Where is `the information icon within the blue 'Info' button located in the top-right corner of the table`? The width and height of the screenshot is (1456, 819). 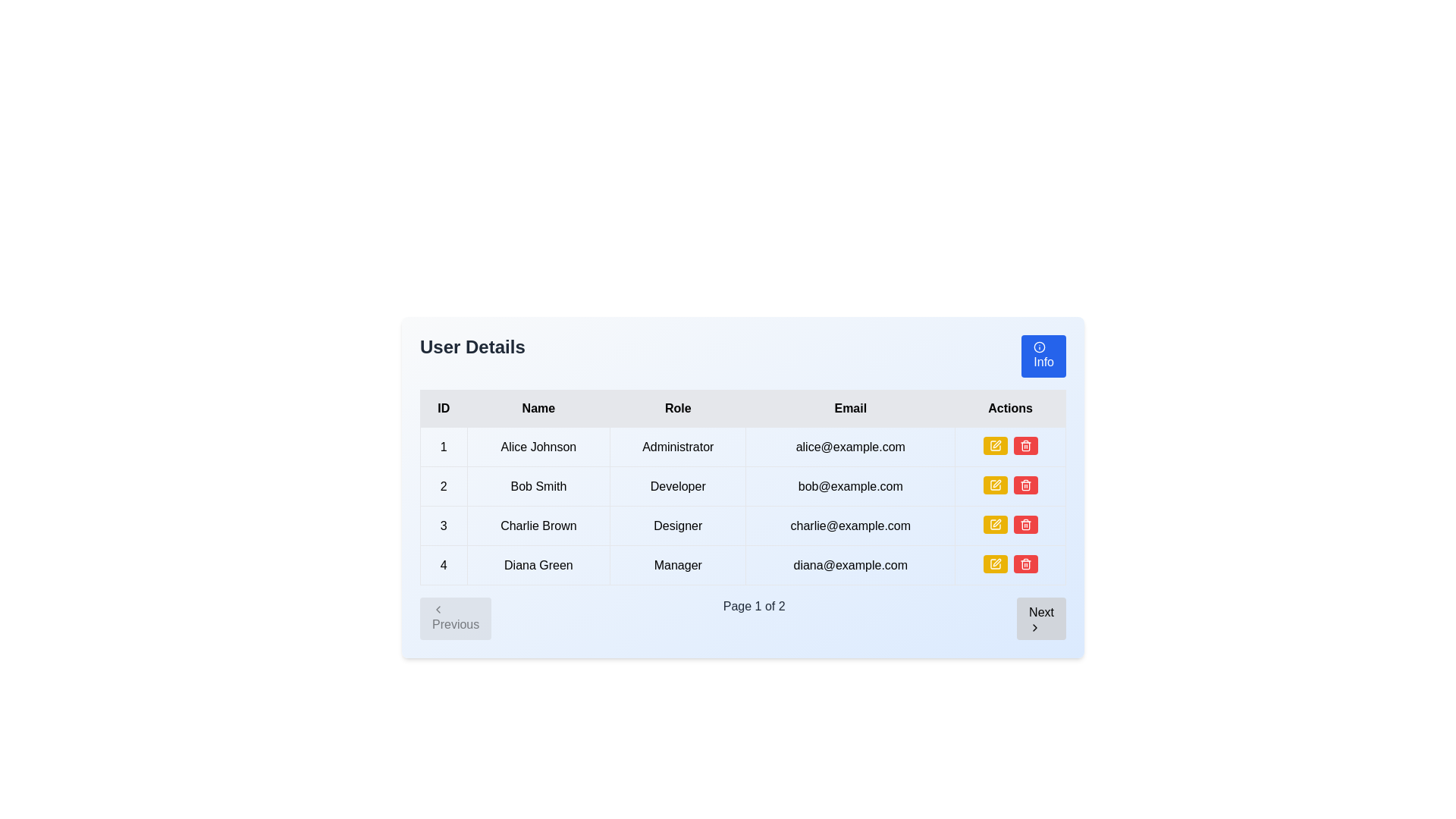
the information icon within the blue 'Info' button located in the top-right corner of the table is located at coordinates (1039, 347).